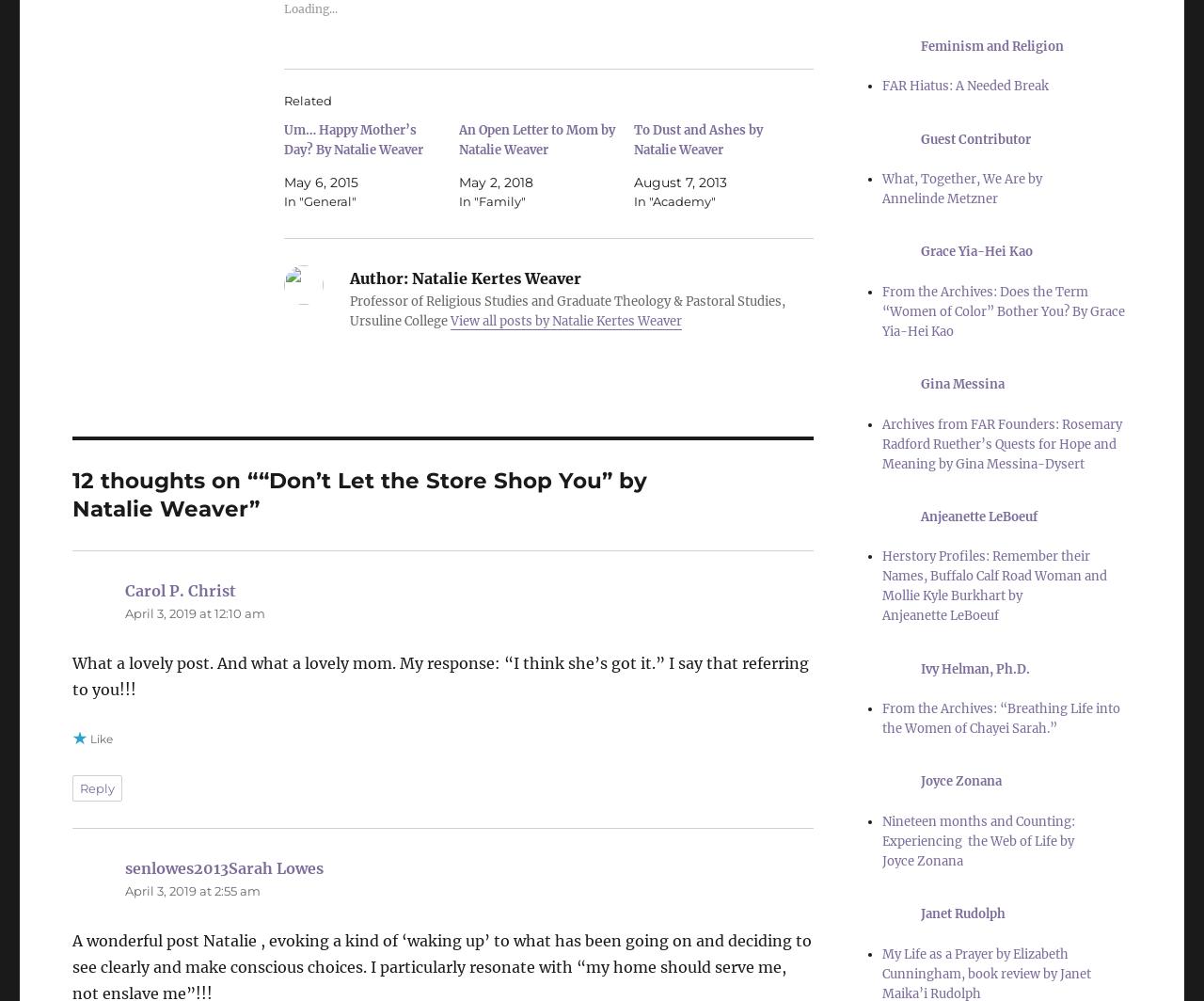  Describe the element at coordinates (975, 668) in the screenshot. I see `'Ivy Helman, Ph.D.'` at that location.